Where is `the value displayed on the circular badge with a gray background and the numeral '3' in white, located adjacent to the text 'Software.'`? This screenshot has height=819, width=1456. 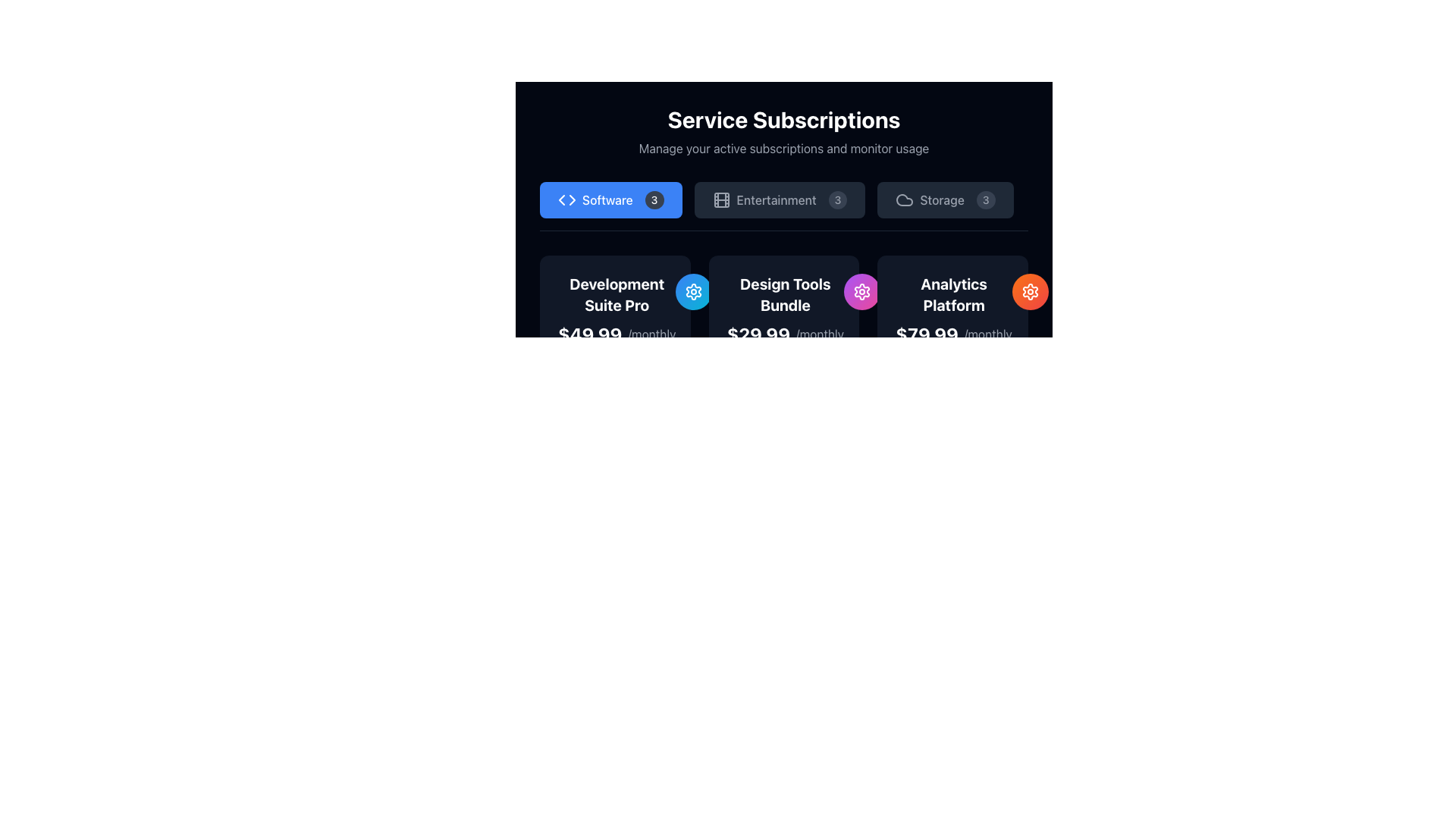
the value displayed on the circular badge with a gray background and the numeral '3' in white, located adjacent to the text 'Software.' is located at coordinates (654, 199).